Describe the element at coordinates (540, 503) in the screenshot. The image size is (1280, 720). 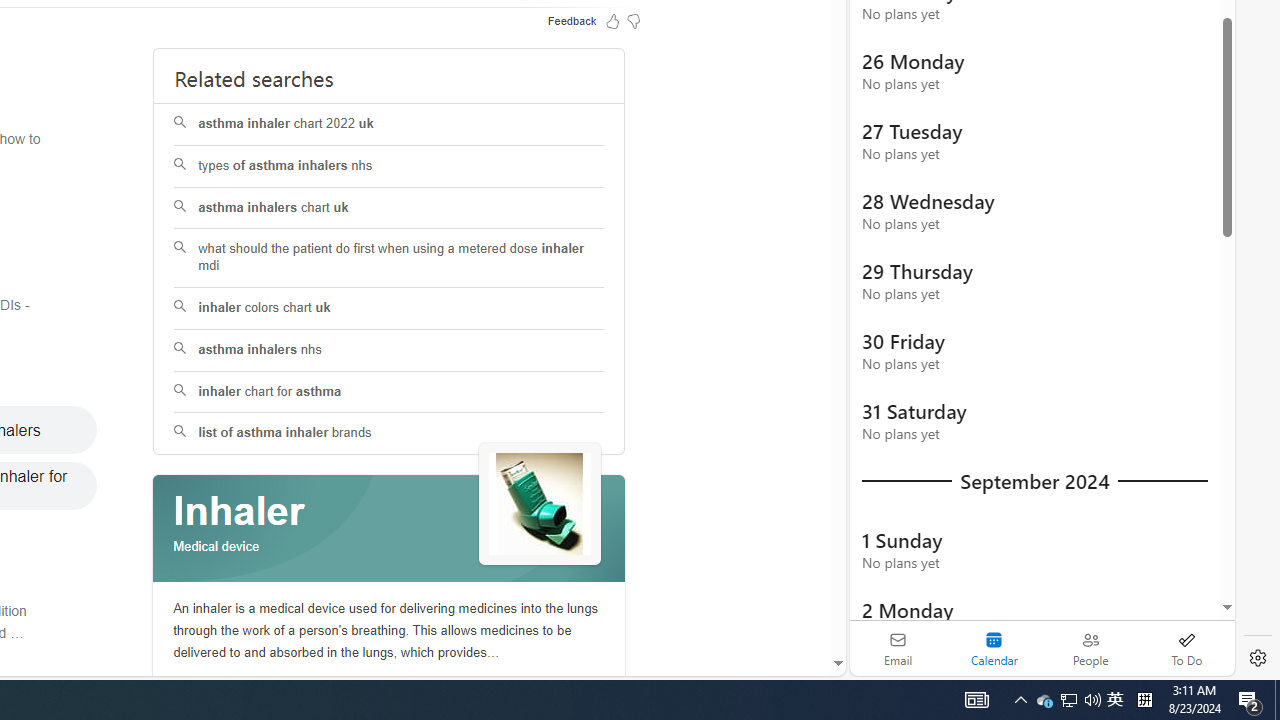
I see `'See more images of Inhaler'` at that location.